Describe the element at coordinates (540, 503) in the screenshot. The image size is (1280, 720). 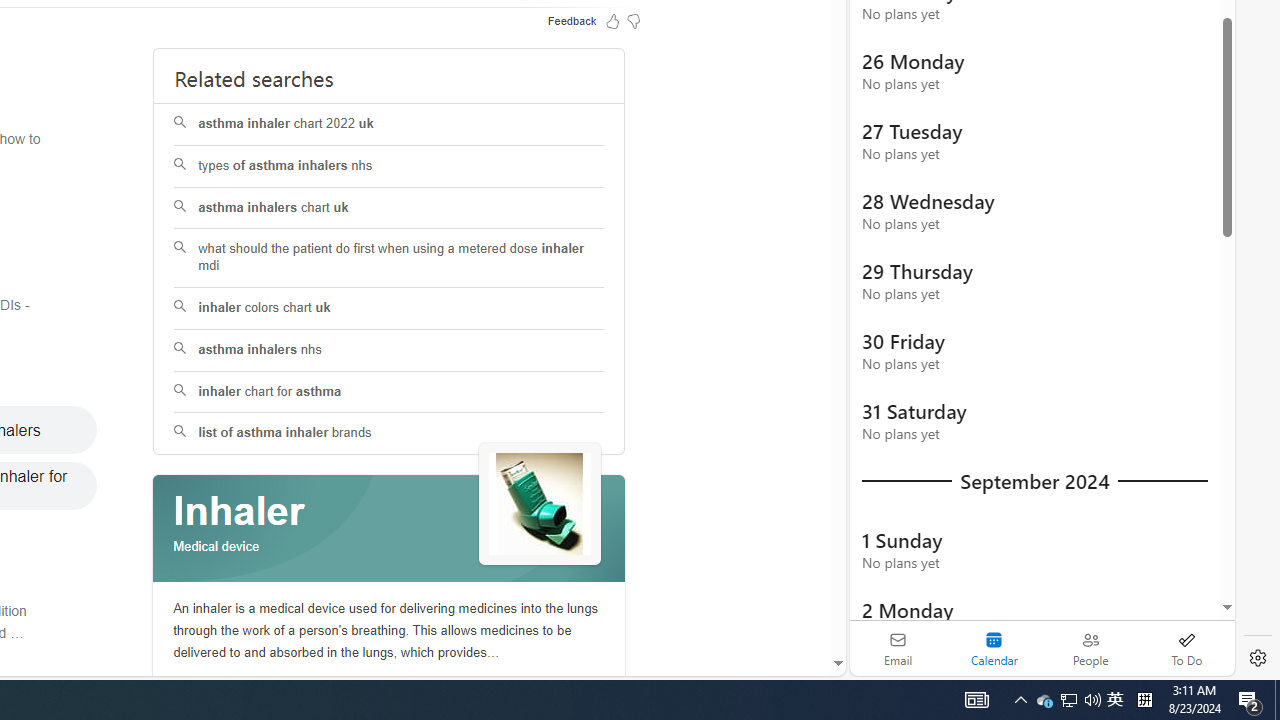
I see `'See more images of Inhaler'` at that location.